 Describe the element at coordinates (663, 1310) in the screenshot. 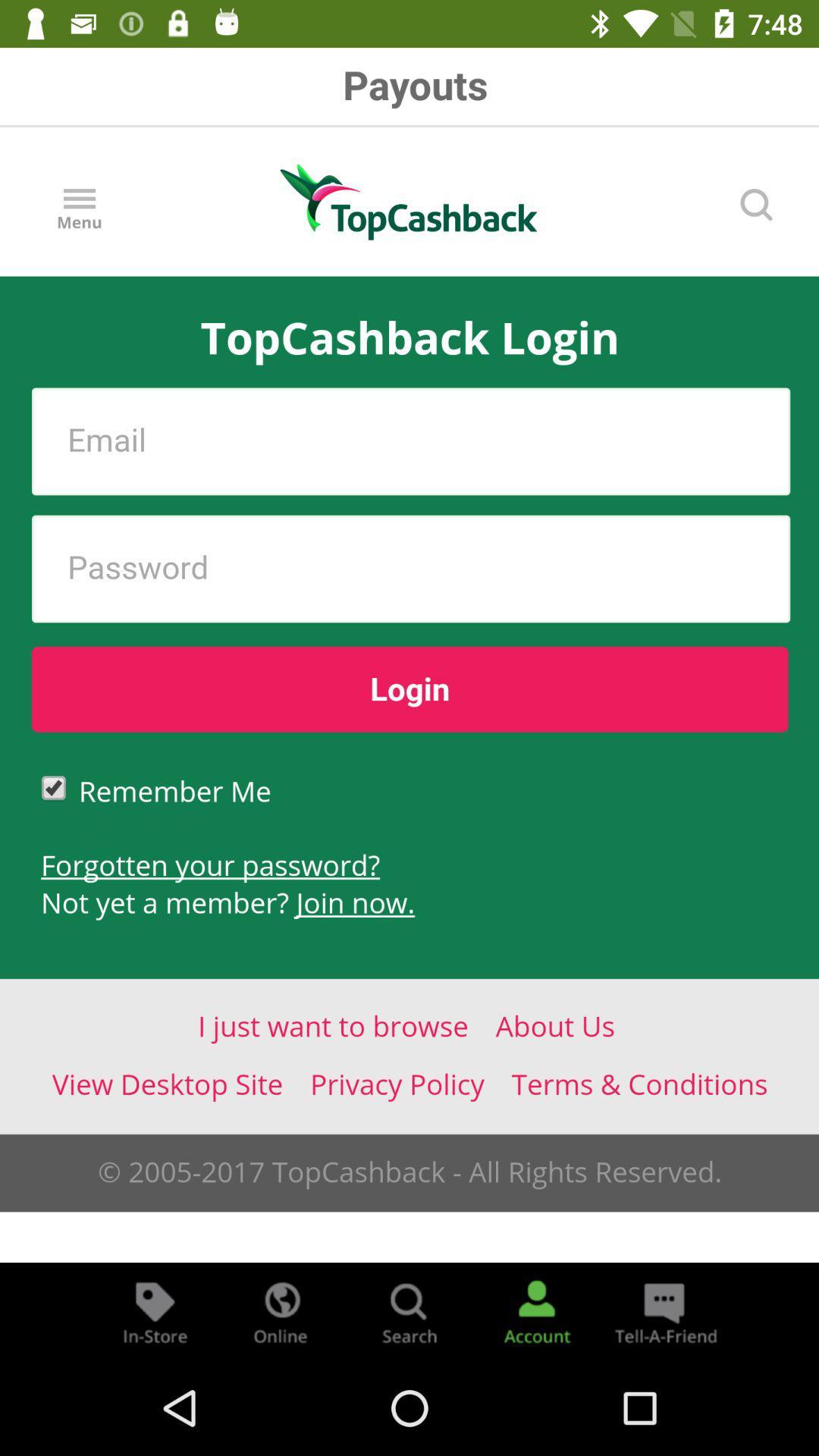

I see `tell a friend` at that location.